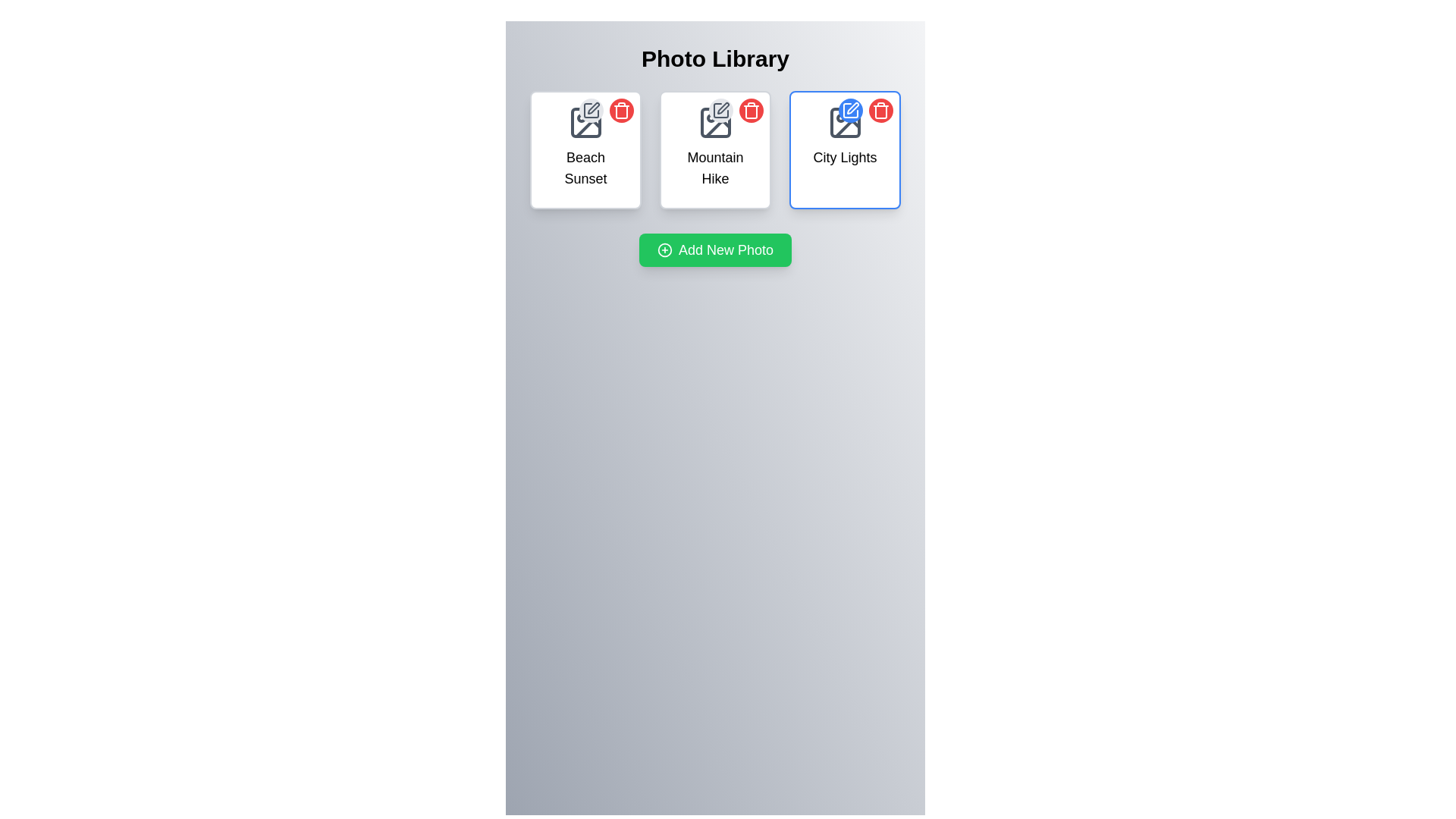 The width and height of the screenshot is (1456, 819). Describe the element at coordinates (736, 110) in the screenshot. I see `the trash bin button, which is the right circular button in the top-right corner of the 'Mountain Hike' card` at that location.